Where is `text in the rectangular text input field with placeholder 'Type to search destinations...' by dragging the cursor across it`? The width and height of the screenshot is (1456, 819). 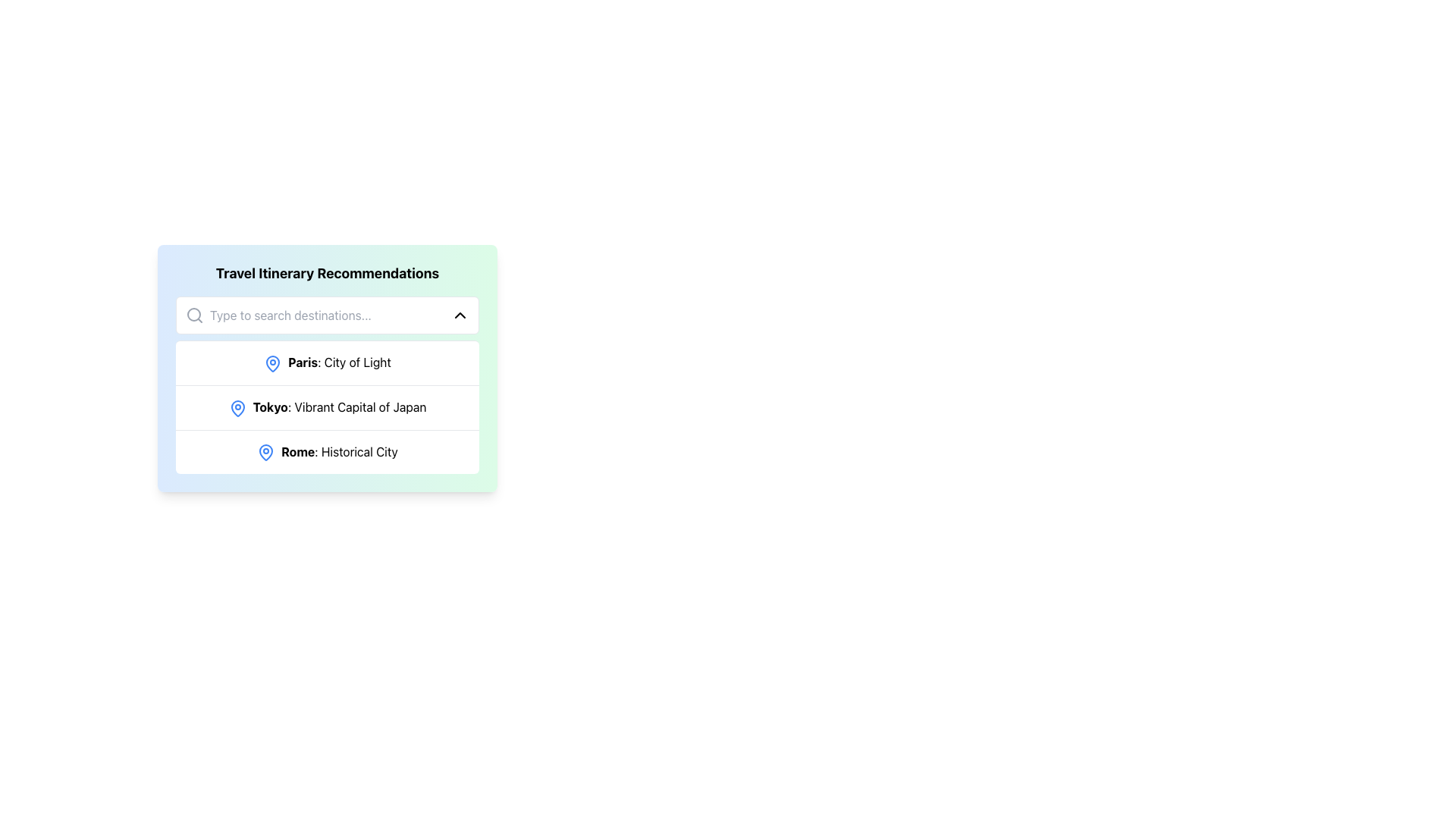
text in the rectangular text input field with placeholder 'Type to search destinations...' by dragging the cursor across it is located at coordinates (330, 315).